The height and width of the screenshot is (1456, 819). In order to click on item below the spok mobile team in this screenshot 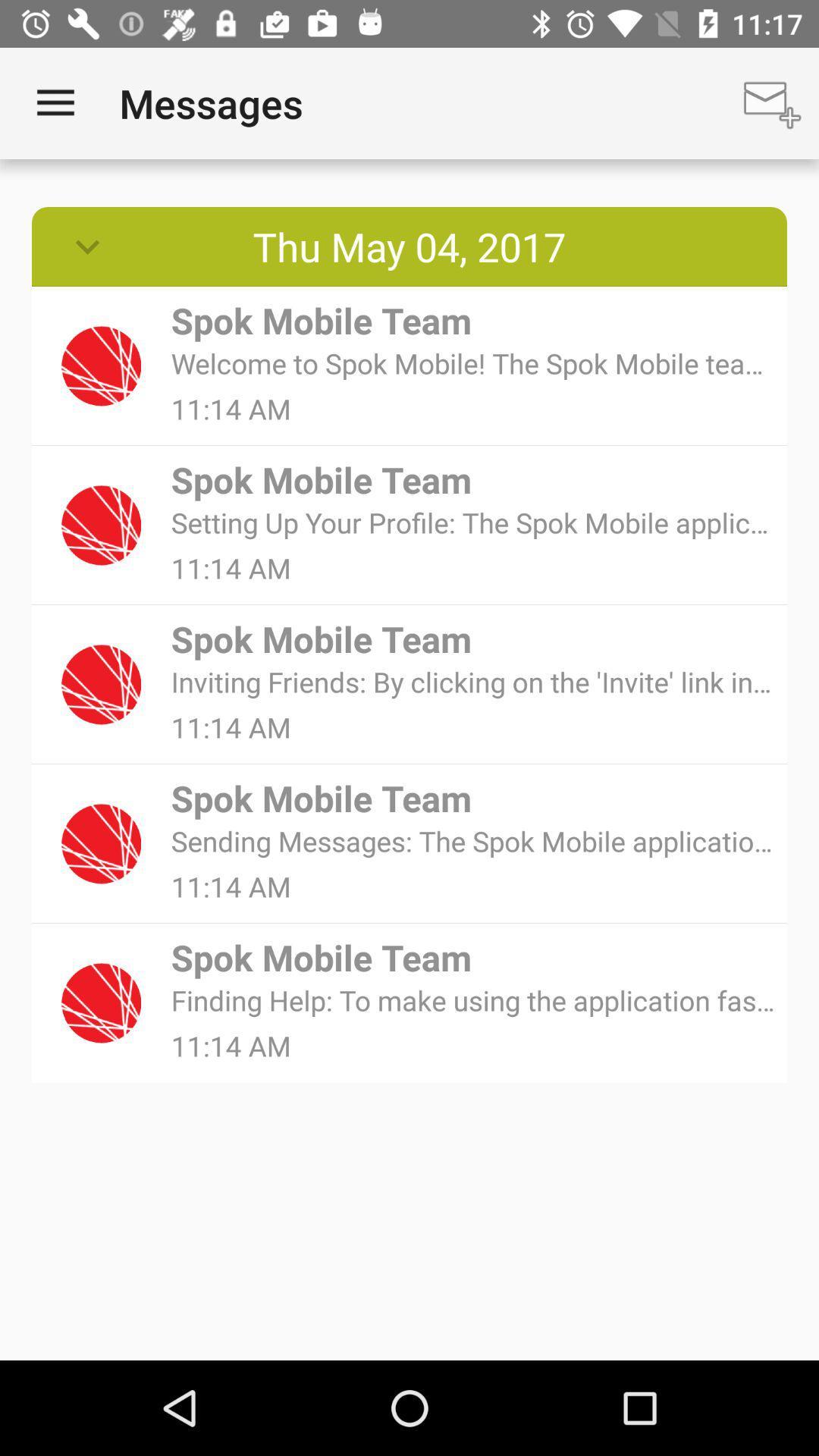, I will do `click(473, 1000)`.